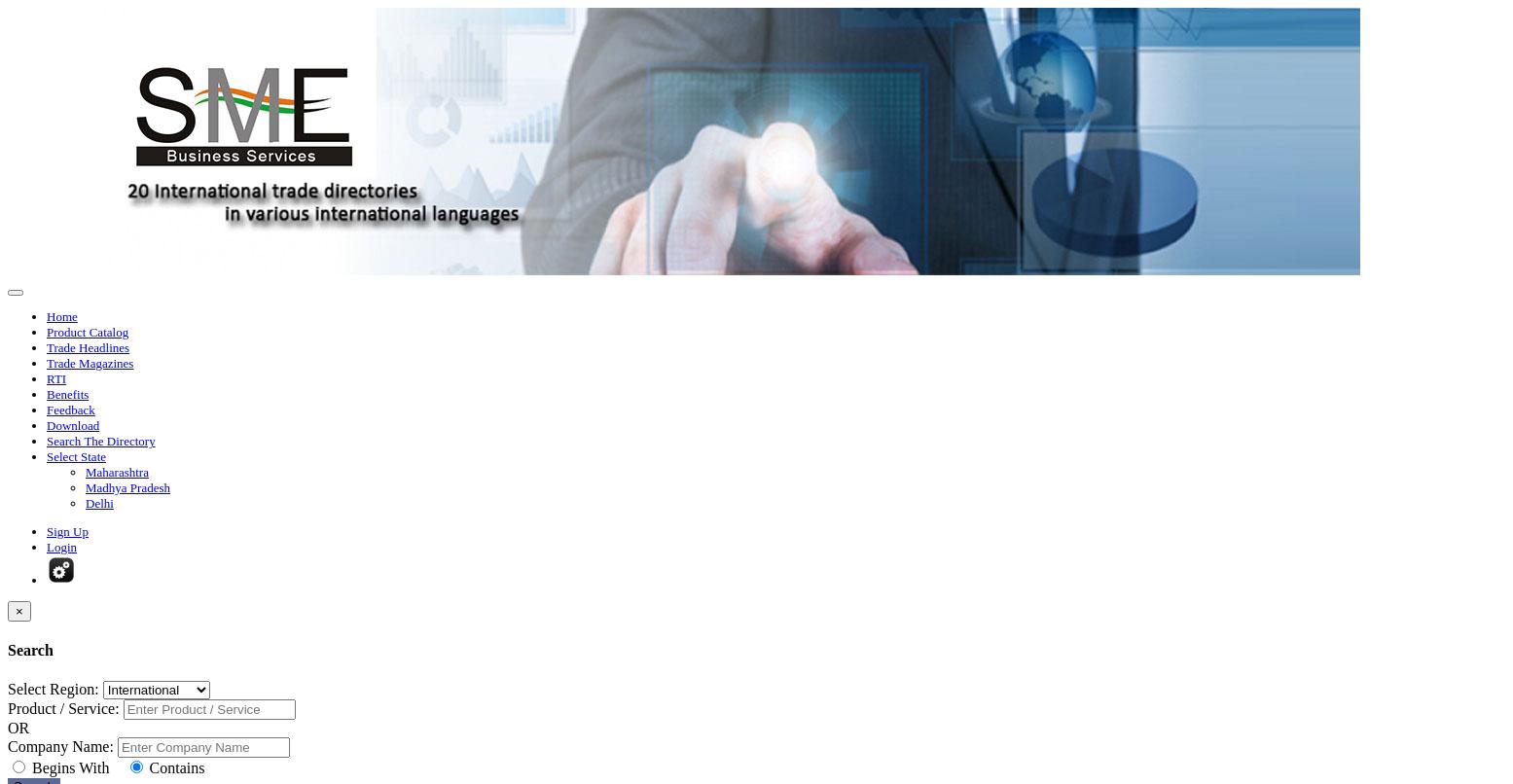 The width and height of the screenshot is (1513, 784). What do you see at coordinates (89, 362) in the screenshot?
I see `'Trade Magazines'` at bounding box center [89, 362].